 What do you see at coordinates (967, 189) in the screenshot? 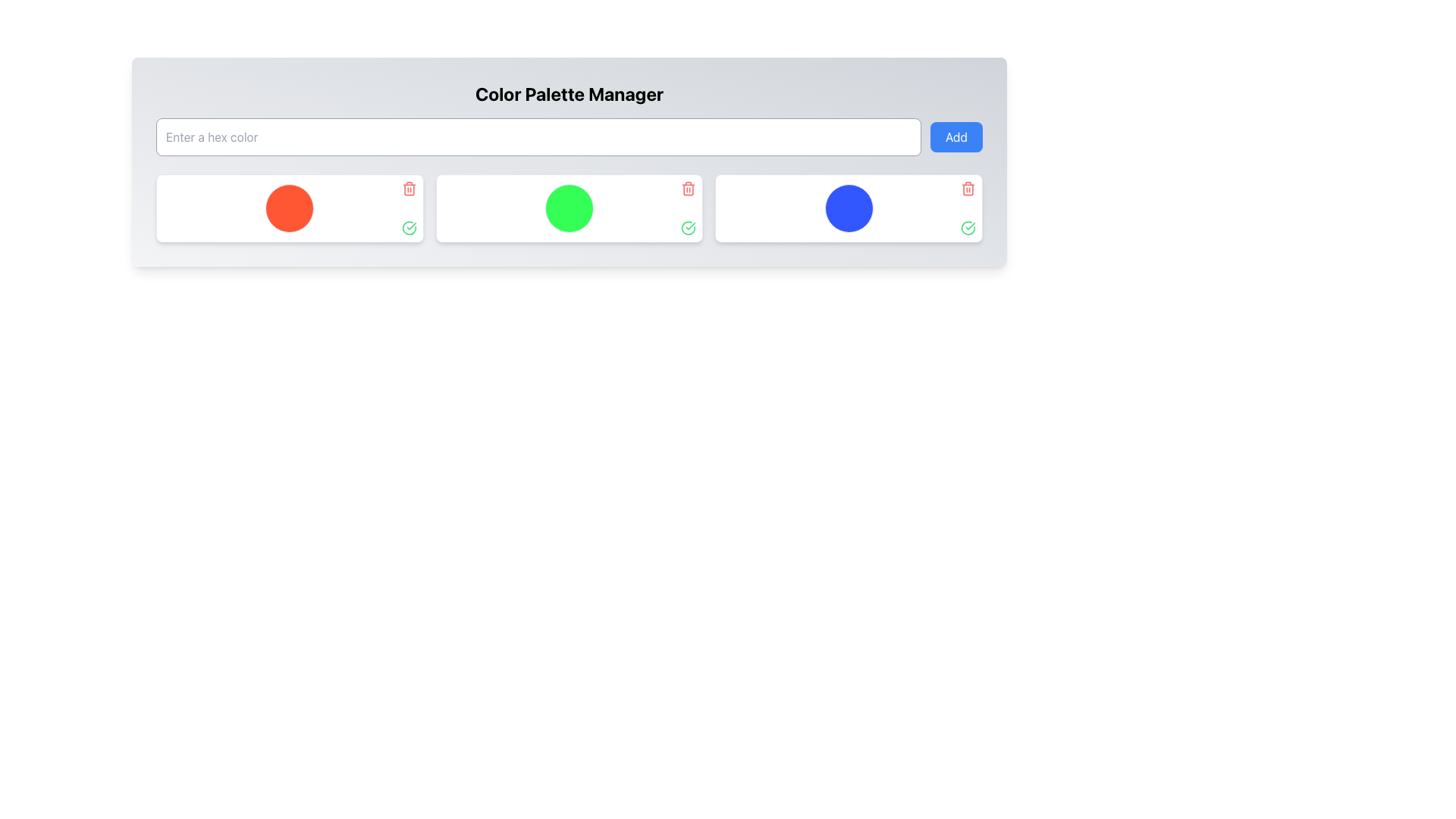
I see `the delete button located in the bottom-right corner of the card` at bounding box center [967, 189].